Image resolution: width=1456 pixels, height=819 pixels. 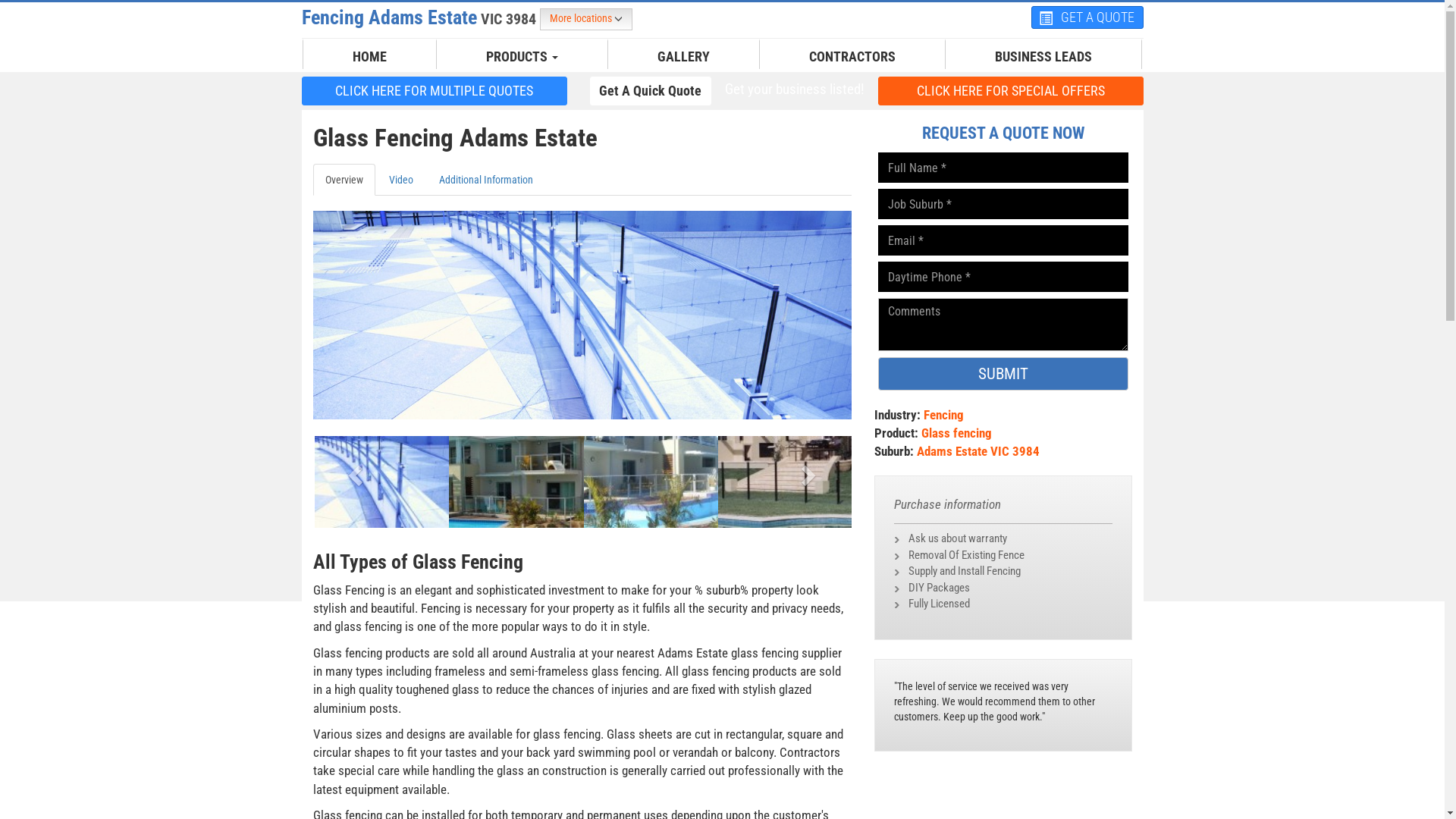 What do you see at coordinates (522, 55) in the screenshot?
I see `'PRODUCTS'` at bounding box center [522, 55].